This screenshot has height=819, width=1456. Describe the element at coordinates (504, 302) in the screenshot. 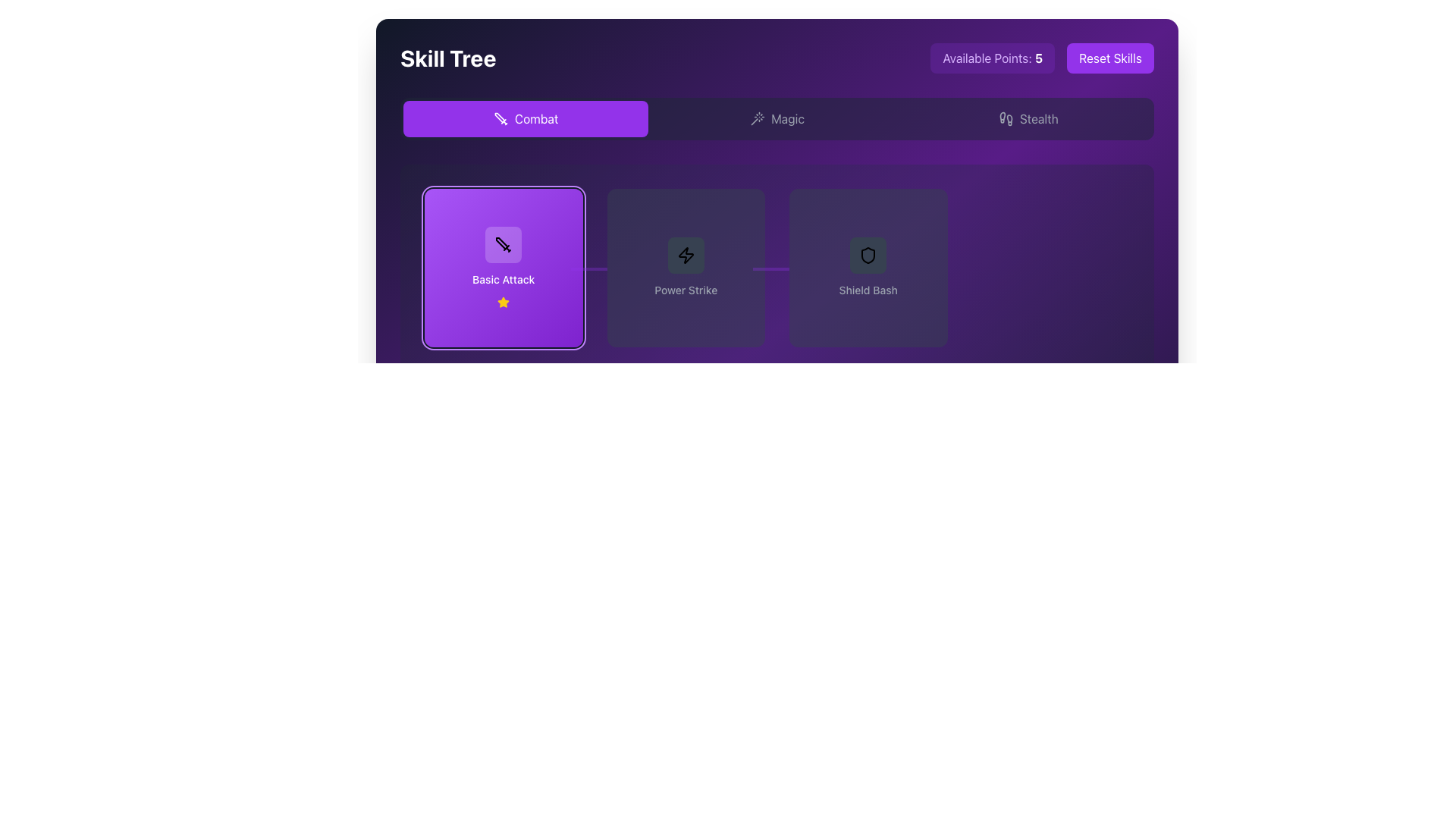

I see `the star icon representing a rating or award feature in the 'Basic Attack' section of the skill tree` at that location.